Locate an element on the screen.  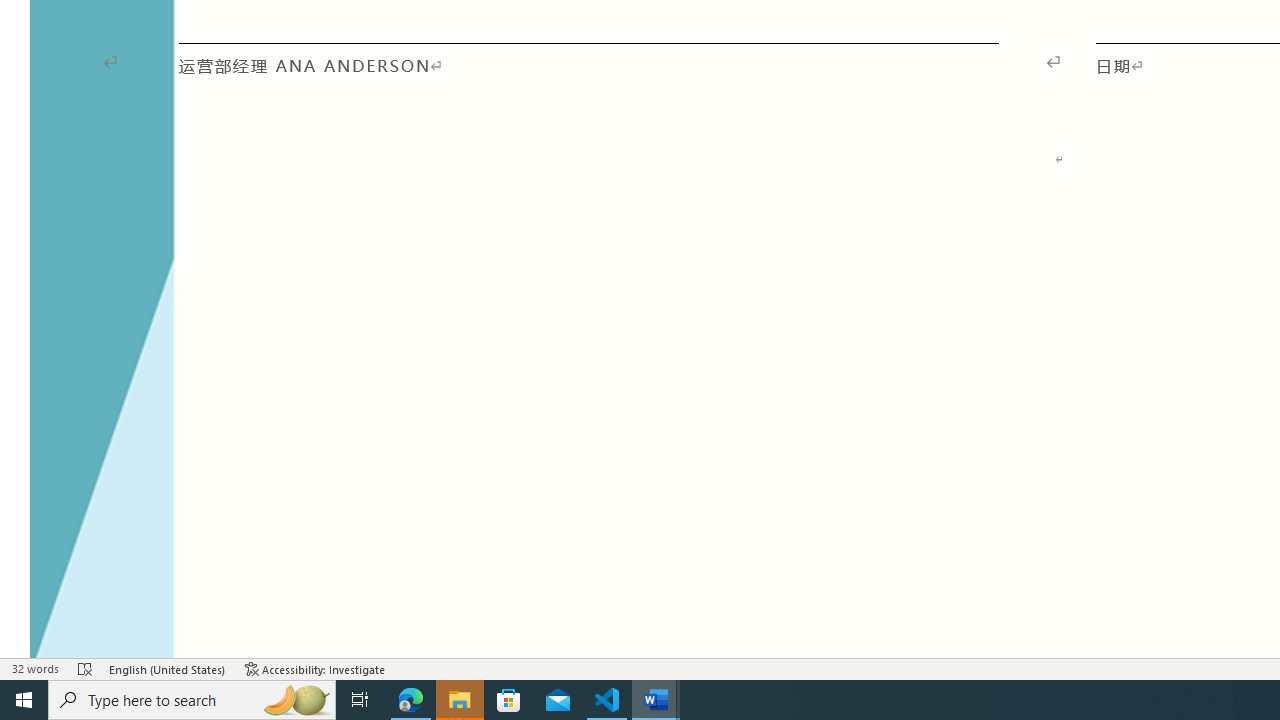
'Word Count 32 words' is located at coordinates (35, 669).